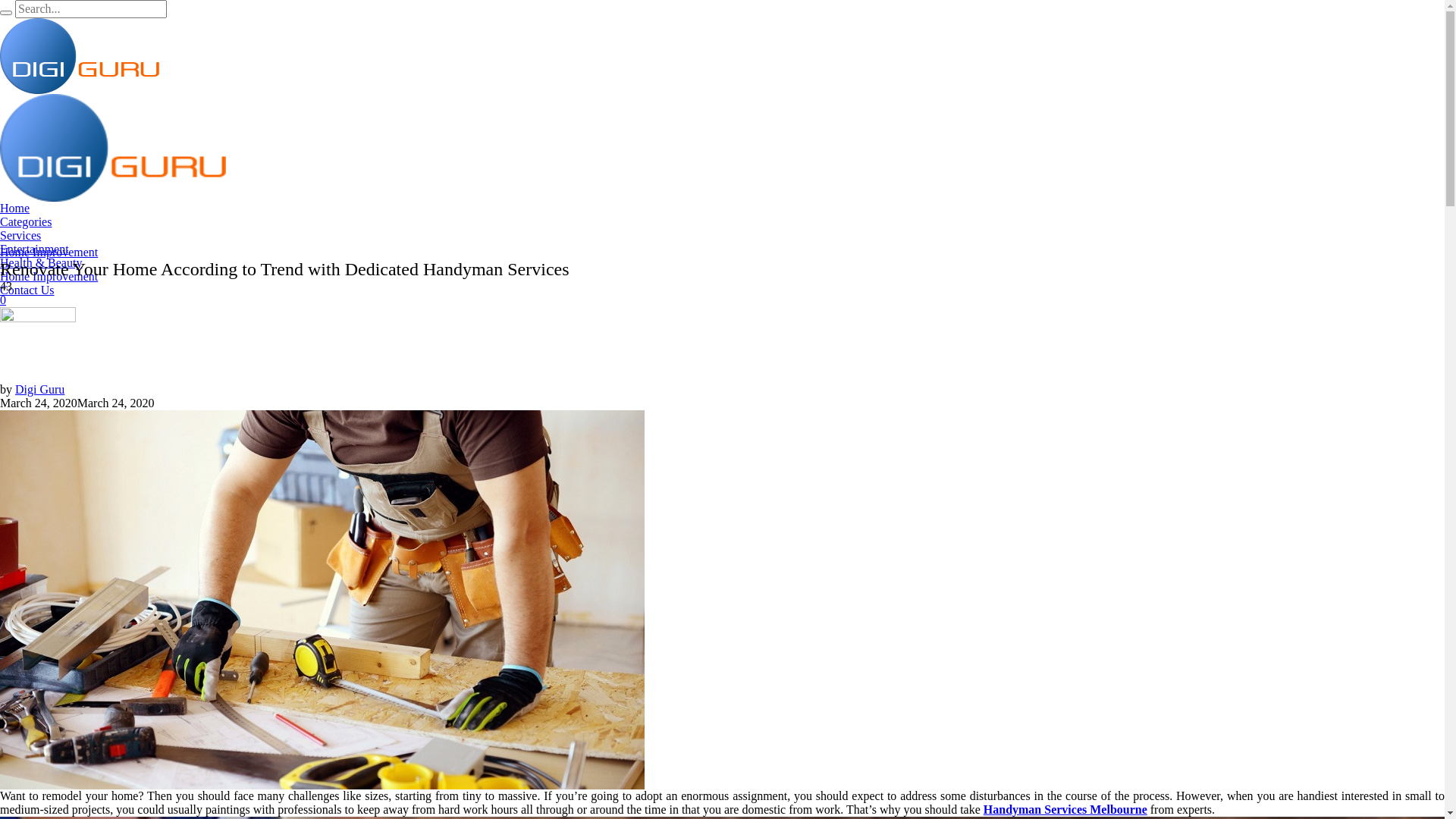 The width and height of the screenshot is (1456, 819). I want to click on 'Handyman Services Melbourne', so click(322, 598).